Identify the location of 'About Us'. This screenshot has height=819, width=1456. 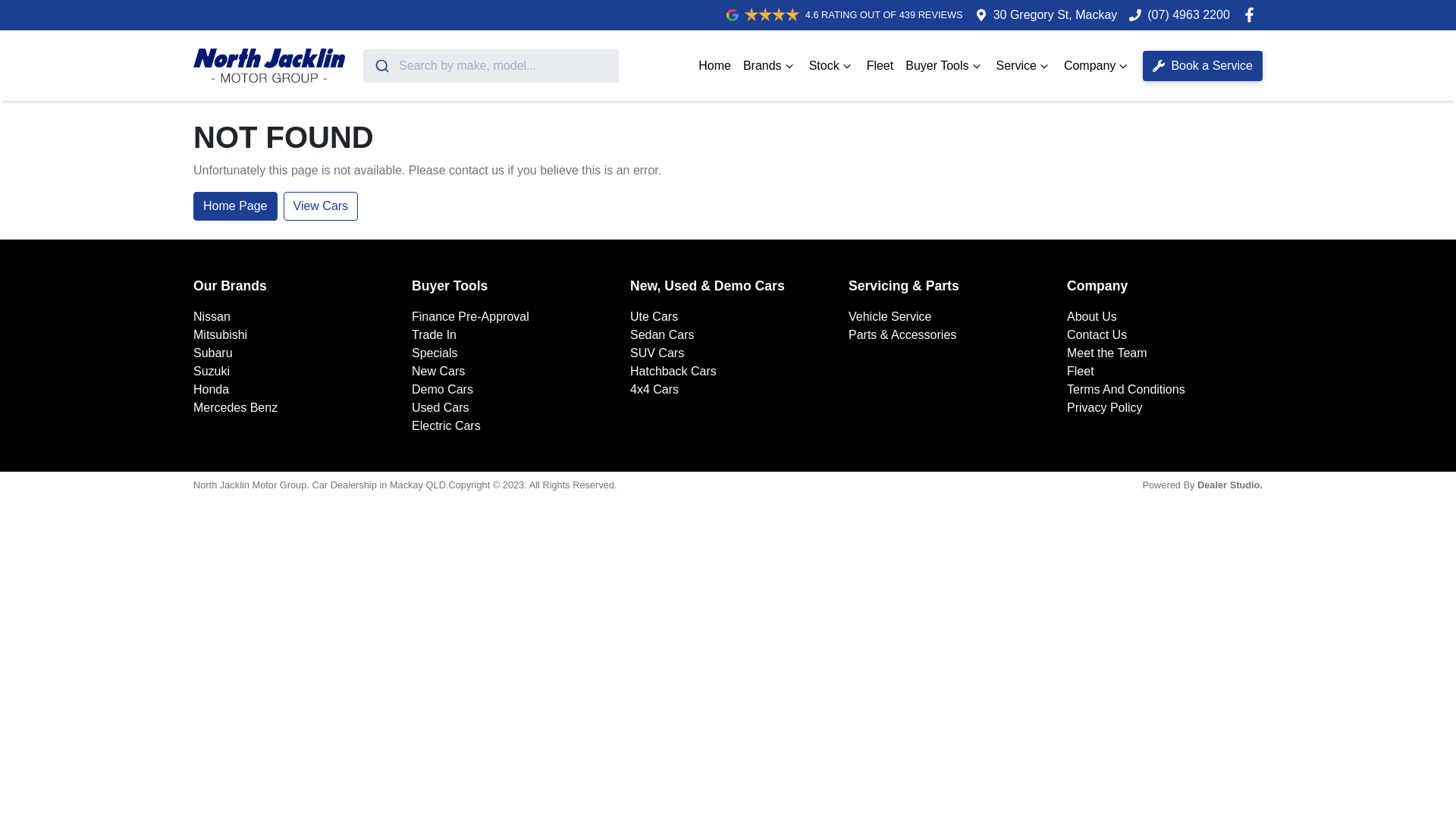
(1092, 315).